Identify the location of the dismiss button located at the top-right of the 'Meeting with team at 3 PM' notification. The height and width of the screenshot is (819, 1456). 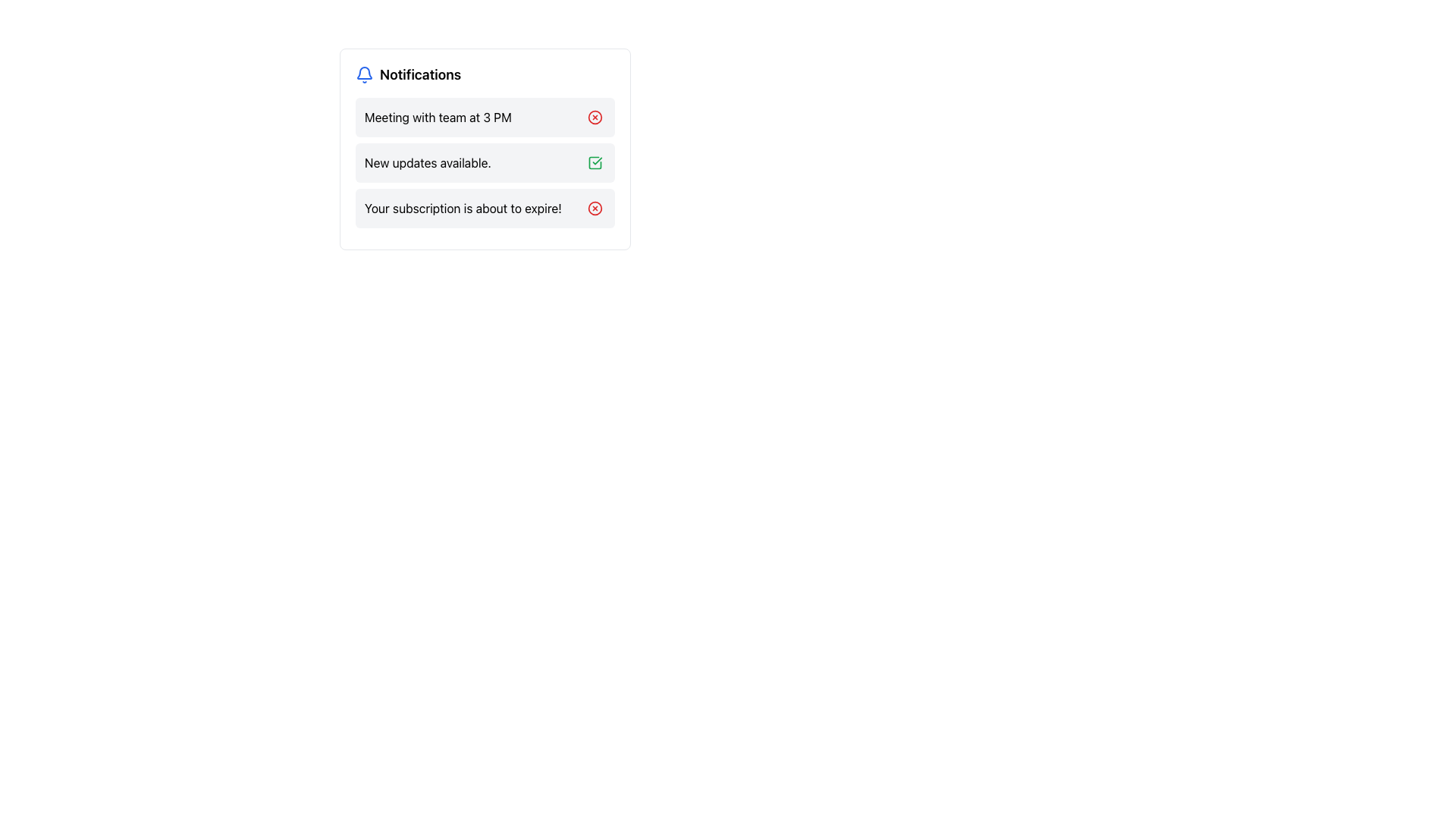
(595, 116).